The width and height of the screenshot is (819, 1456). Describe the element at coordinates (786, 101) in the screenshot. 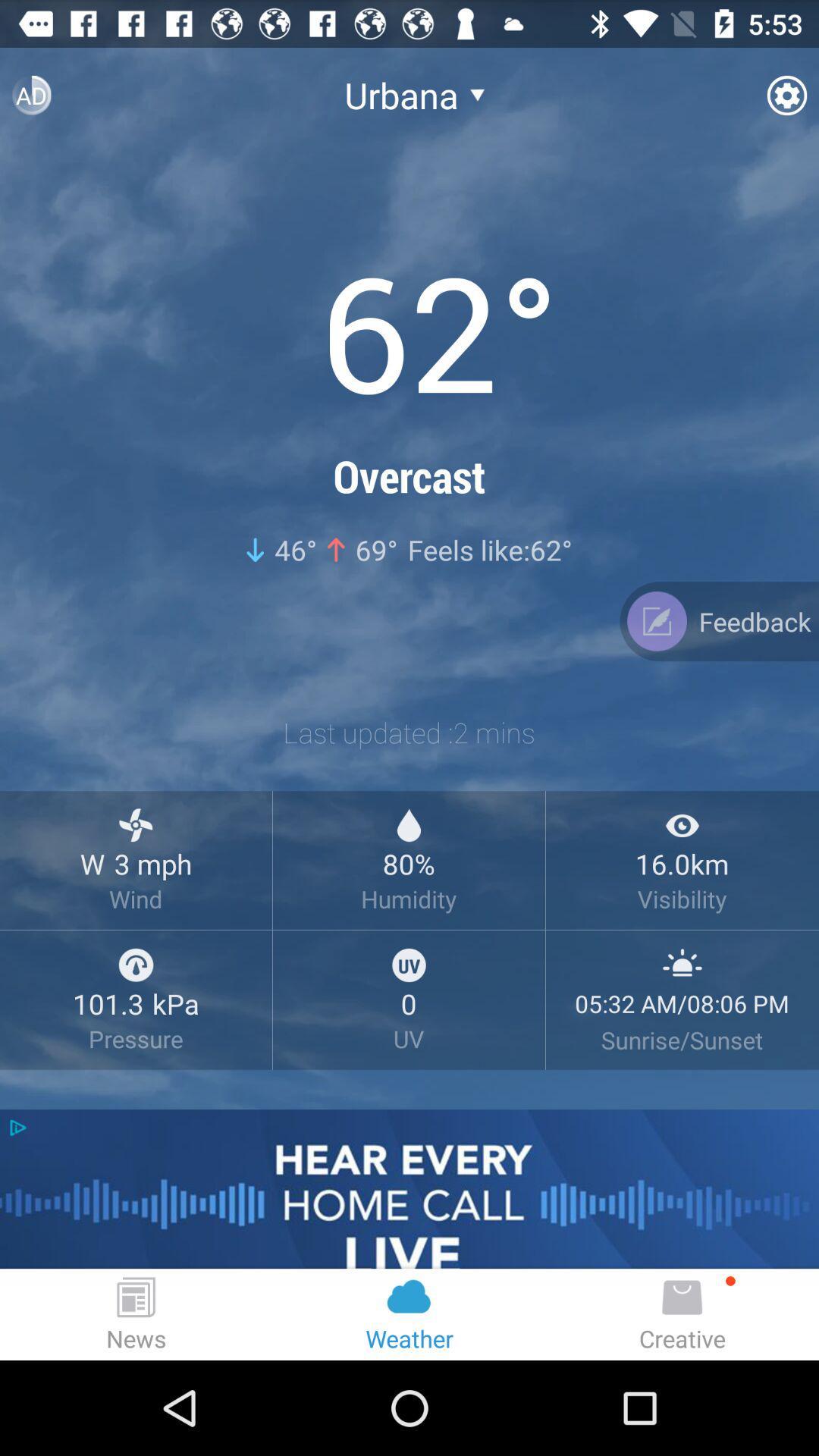

I see `the settings icon` at that location.